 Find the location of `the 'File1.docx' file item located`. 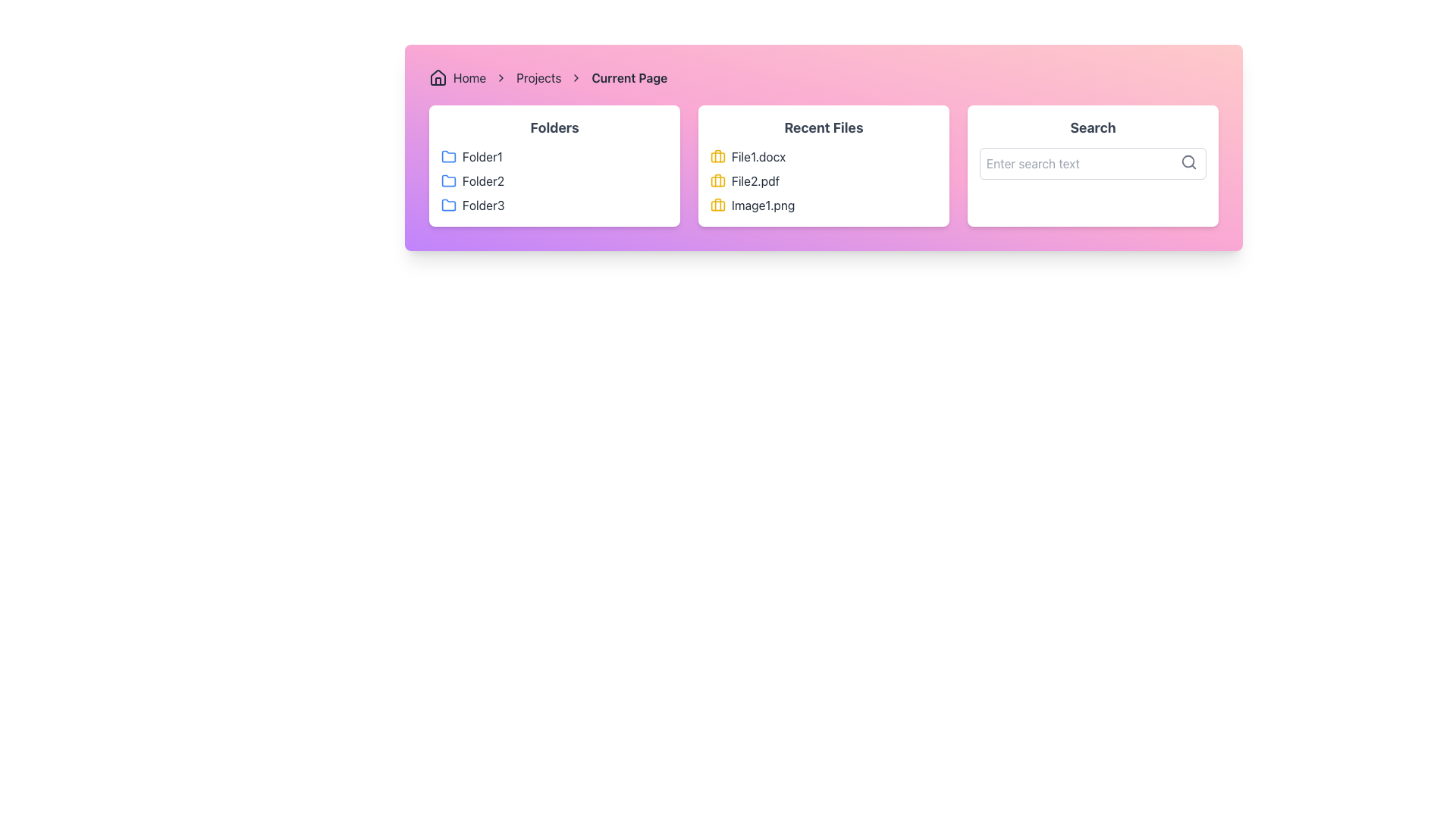

the 'File1.docx' file item located is located at coordinates (823, 157).